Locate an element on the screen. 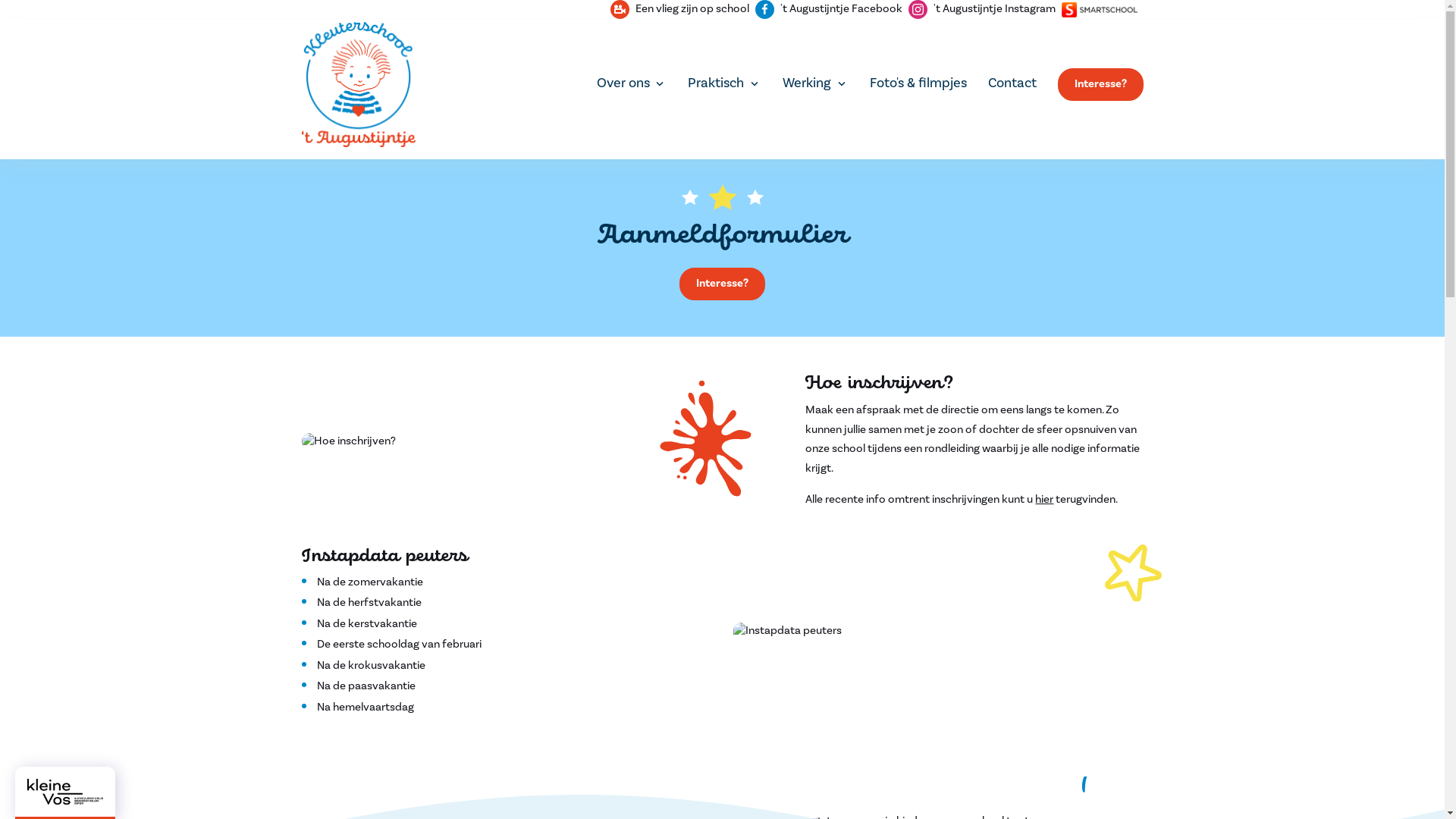 This screenshot has height=819, width=1456. 'VKS 't Augustijntje' is located at coordinates (302, 84).